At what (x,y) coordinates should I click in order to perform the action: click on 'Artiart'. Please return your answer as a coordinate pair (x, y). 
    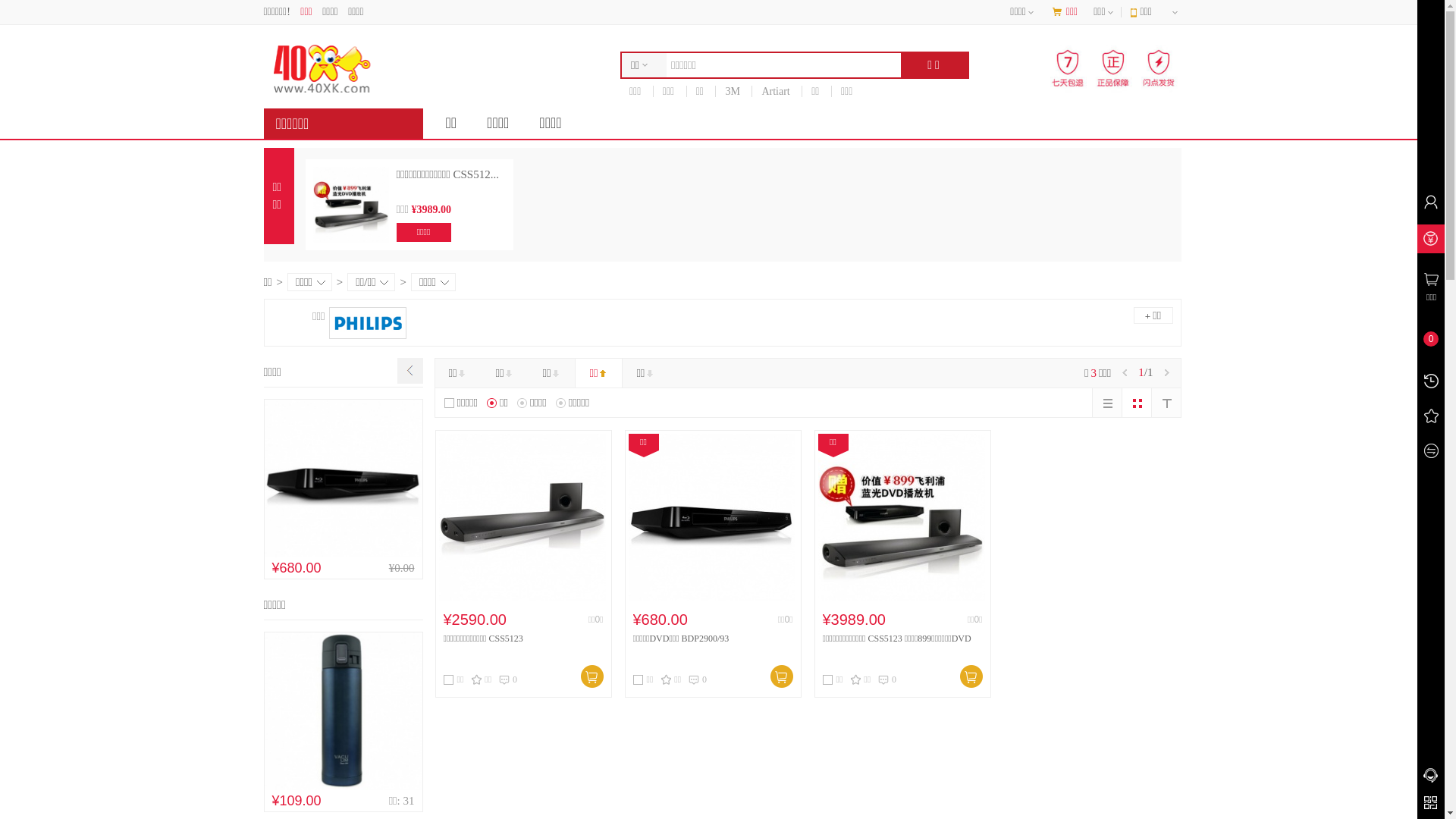
    Looking at the image, I should click on (775, 91).